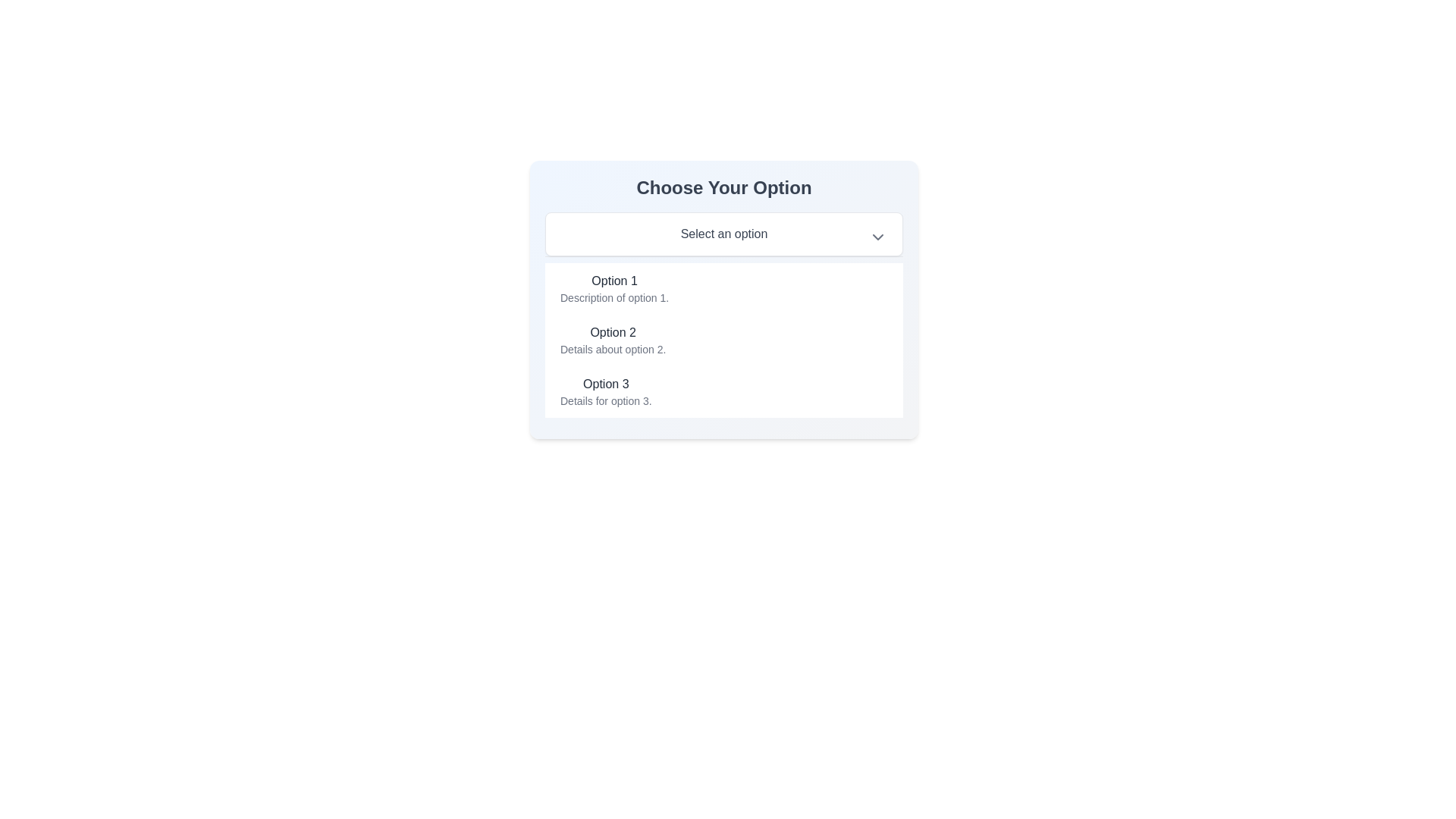 The height and width of the screenshot is (819, 1456). Describe the element at coordinates (614, 298) in the screenshot. I see `the descriptive Text label located directly beneath 'Option 1' in the dropdown-style list view` at that location.